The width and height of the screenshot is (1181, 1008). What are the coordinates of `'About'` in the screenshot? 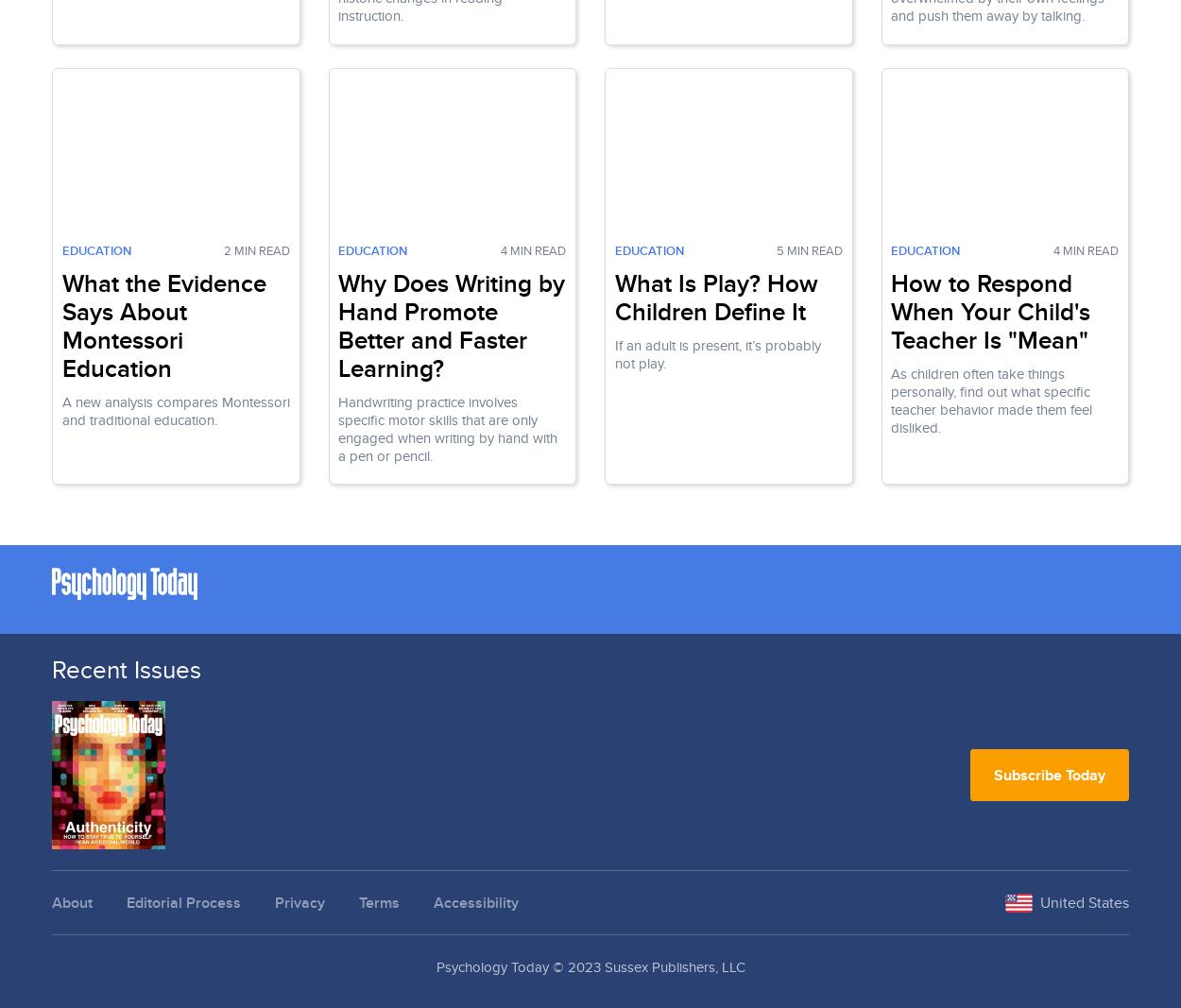 It's located at (52, 902).